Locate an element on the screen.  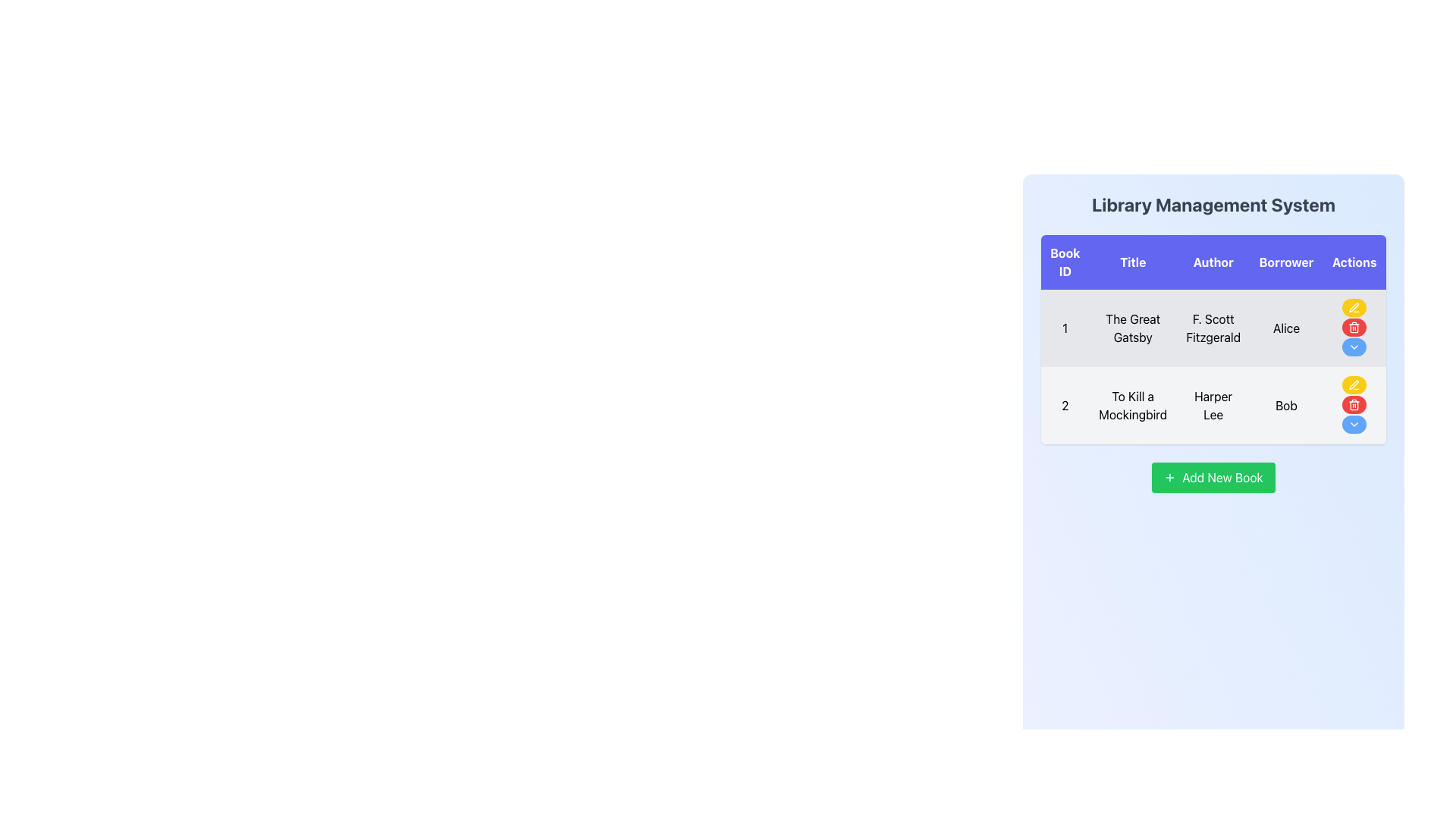
the red trash bin icon in the 'Actions' column of the first row of the table is located at coordinates (1354, 327).